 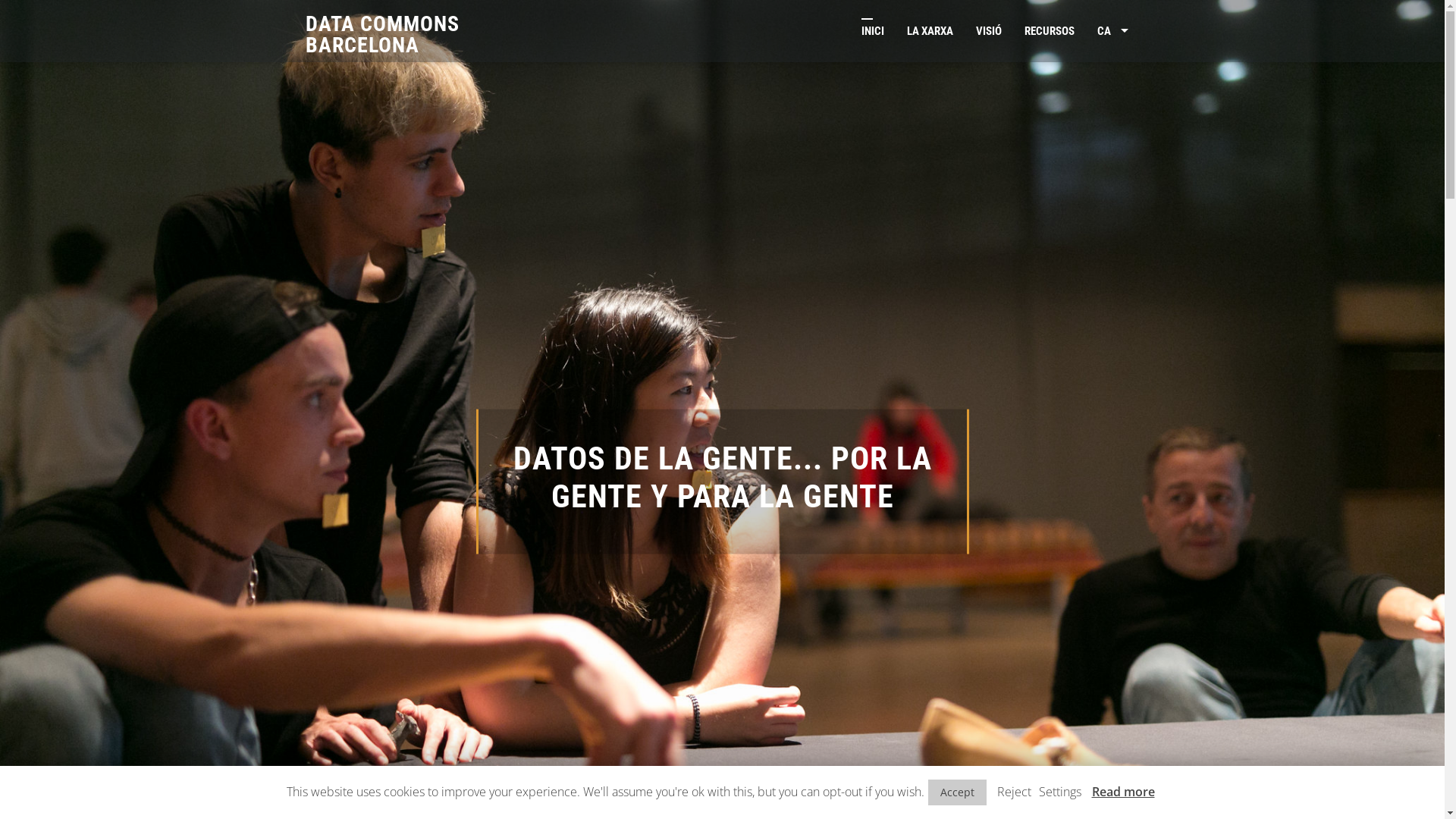 What do you see at coordinates (1059, 791) in the screenshot?
I see `'Settings'` at bounding box center [1059, 791].